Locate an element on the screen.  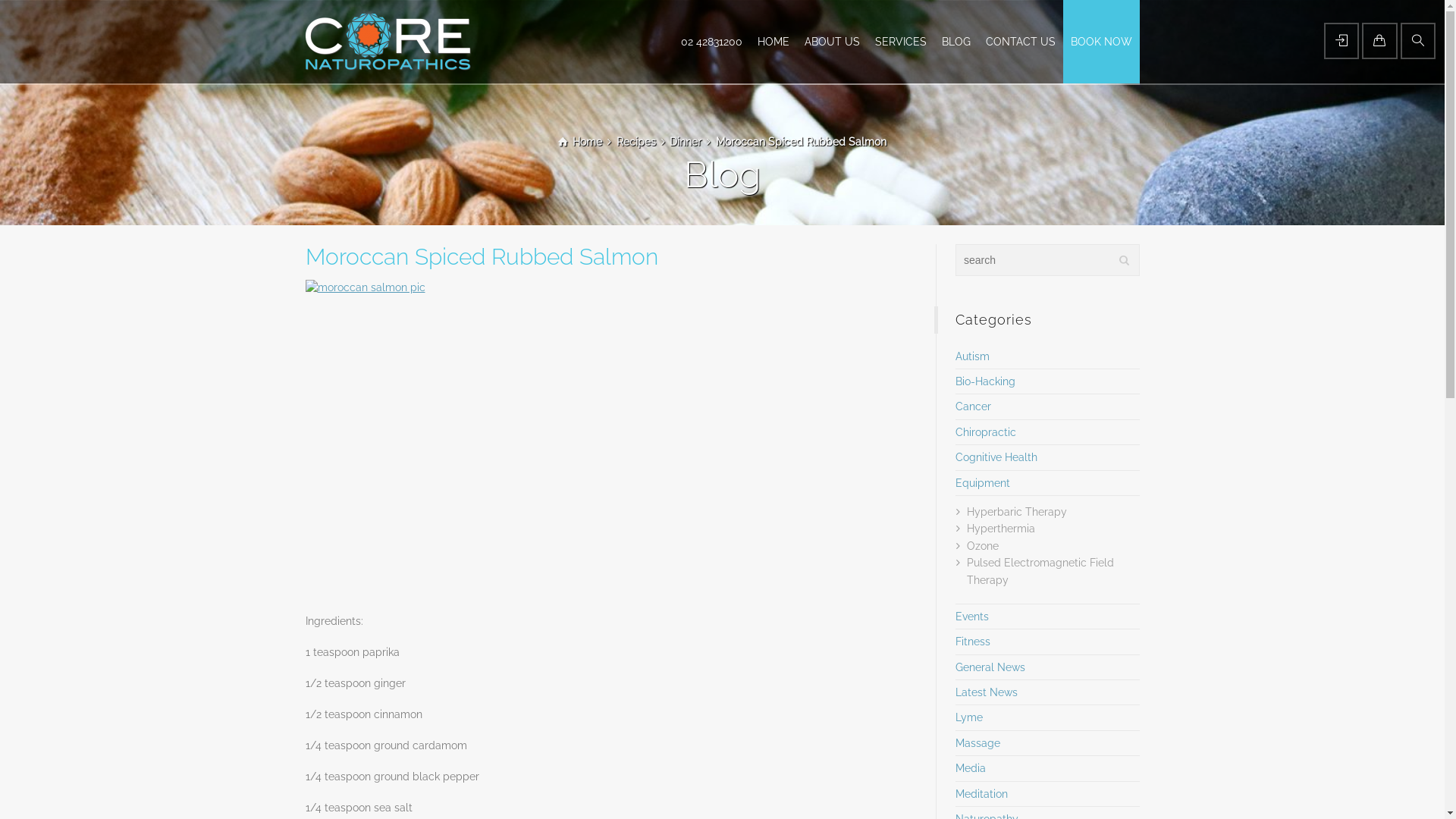
'BLOG' is located at coordinates (955, 40).